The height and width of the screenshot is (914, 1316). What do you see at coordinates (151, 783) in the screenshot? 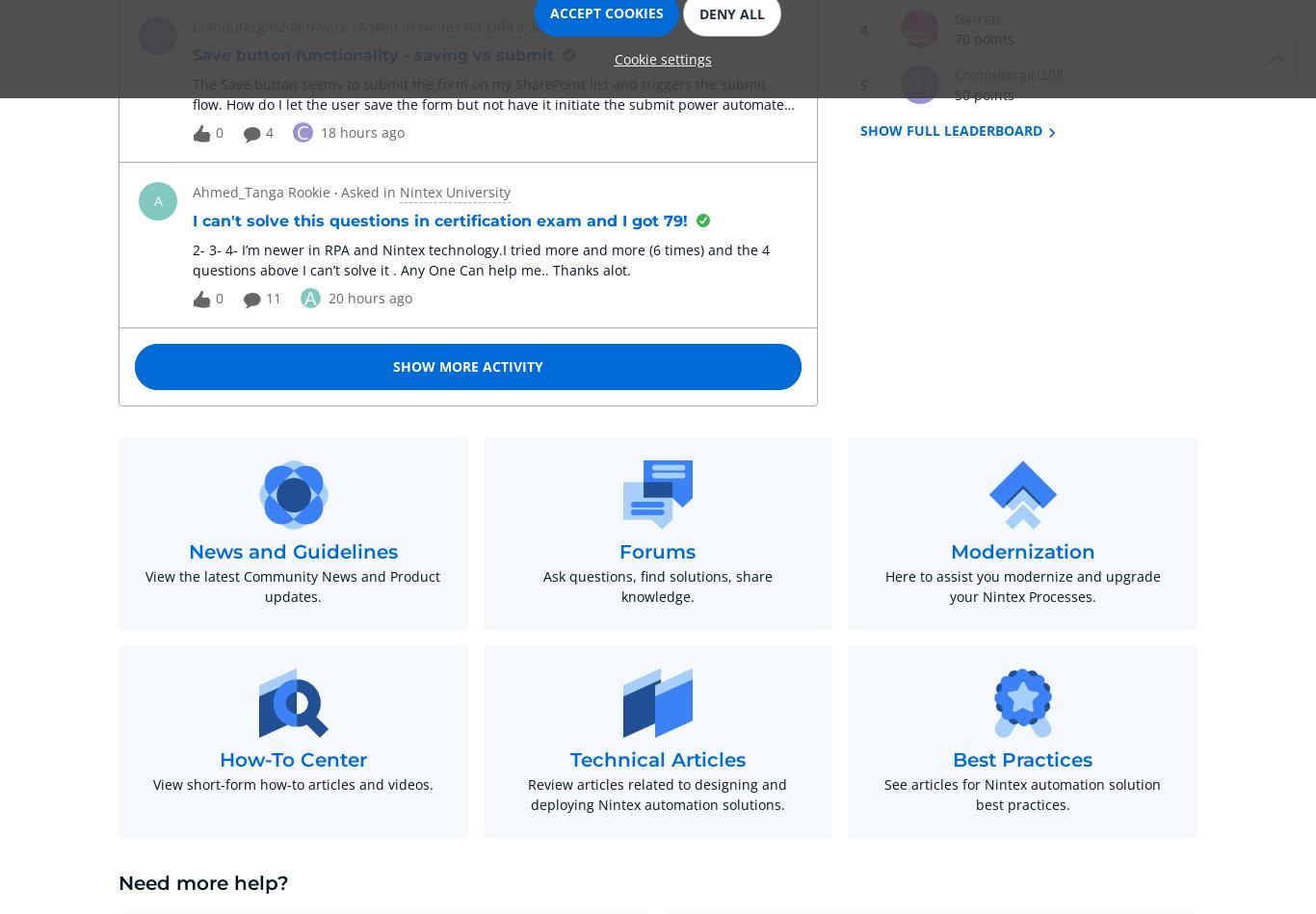
I see `'View short-form how-to articles and videos.'` at bounding box center [151, 783].